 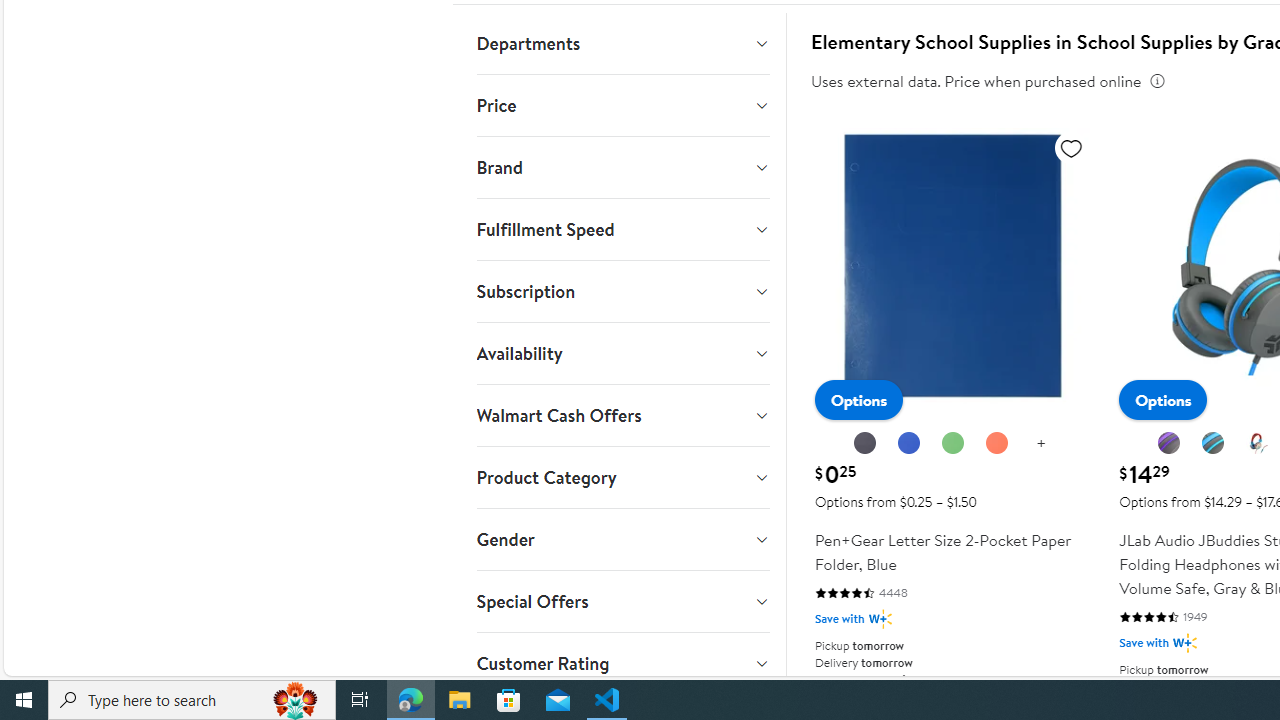 What do you see at coordinates (621, 43) in the screenshot?
I see `'Departments'` at bounding box center [621, 43].